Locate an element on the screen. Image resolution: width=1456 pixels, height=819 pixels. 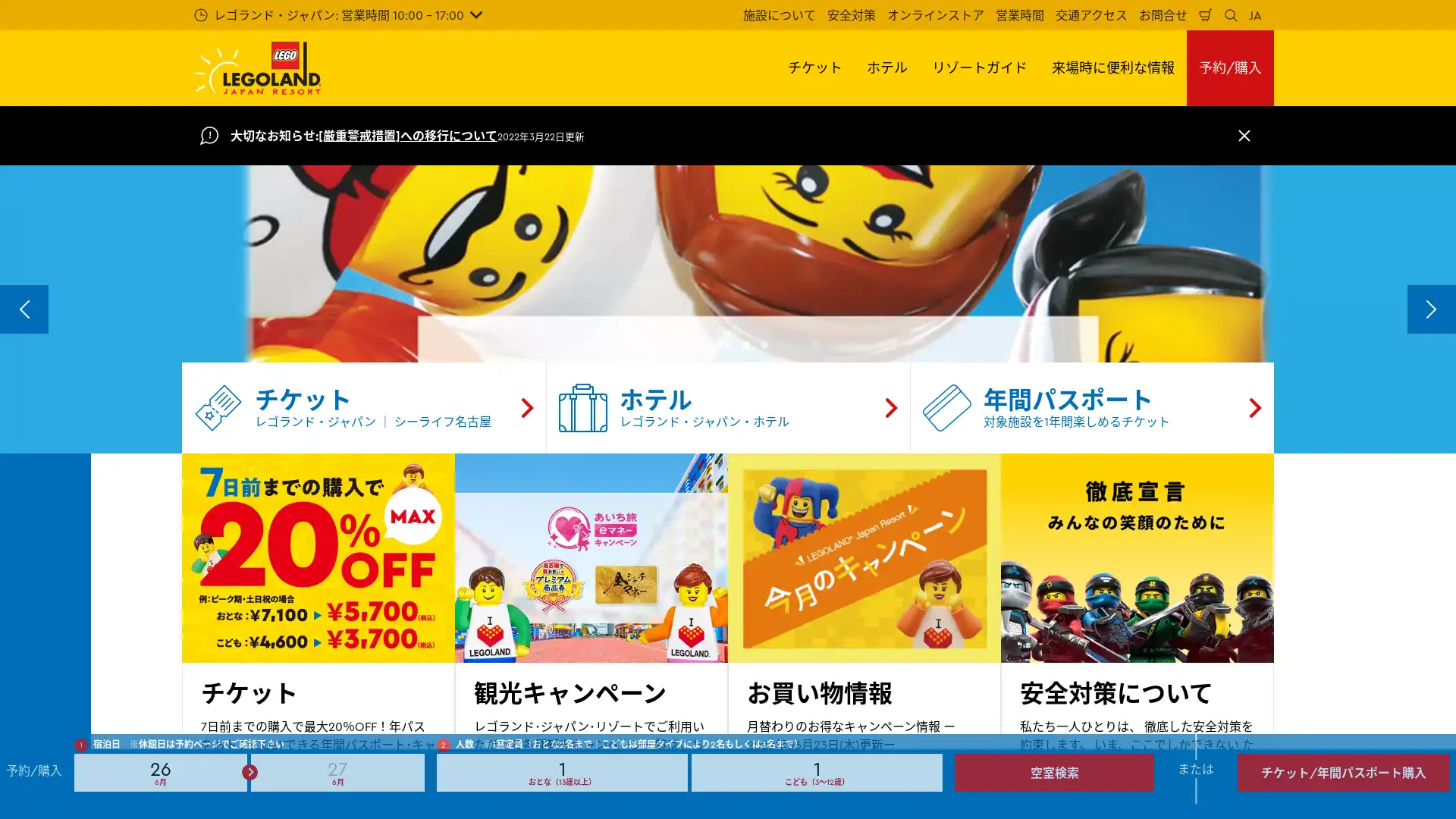
Go to slide 3 is located at coordinates (728, 646).